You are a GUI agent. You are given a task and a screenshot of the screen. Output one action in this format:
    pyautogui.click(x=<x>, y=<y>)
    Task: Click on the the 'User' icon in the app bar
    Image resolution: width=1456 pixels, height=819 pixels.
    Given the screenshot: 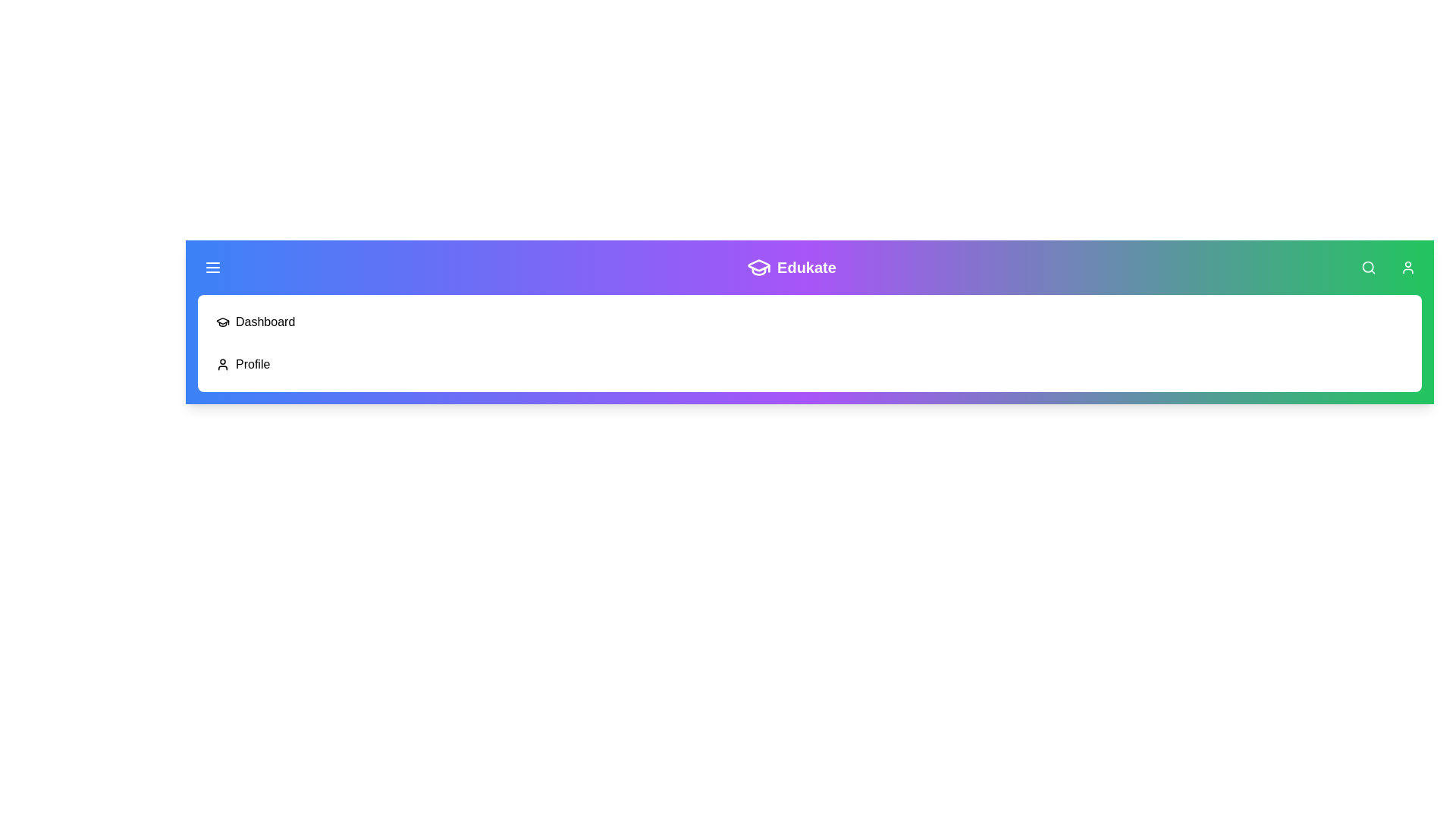 What is the action you would take?
    pyautogui.click(x=1407, y=267)
    